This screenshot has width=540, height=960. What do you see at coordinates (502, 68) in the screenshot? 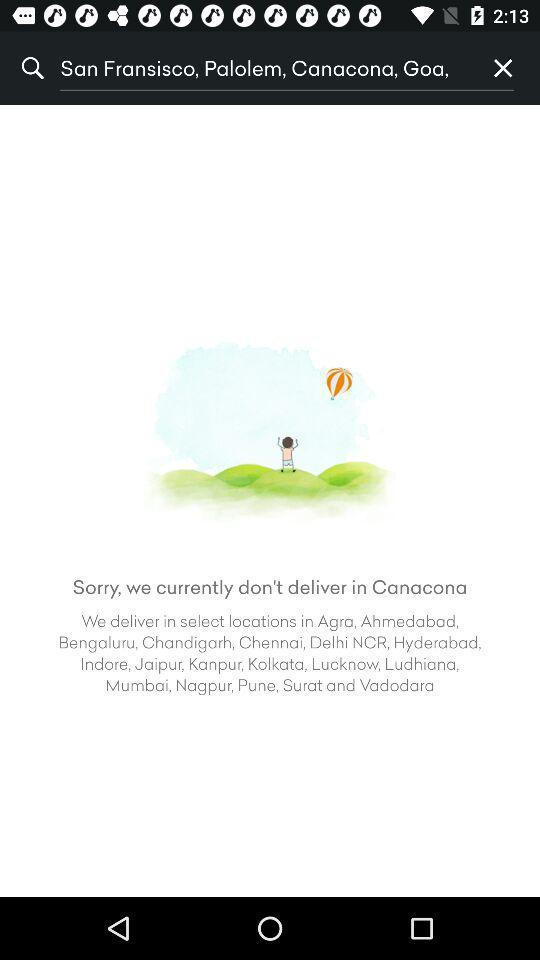
I see `the icon at the top right corner` at bounding box center [502, 68].